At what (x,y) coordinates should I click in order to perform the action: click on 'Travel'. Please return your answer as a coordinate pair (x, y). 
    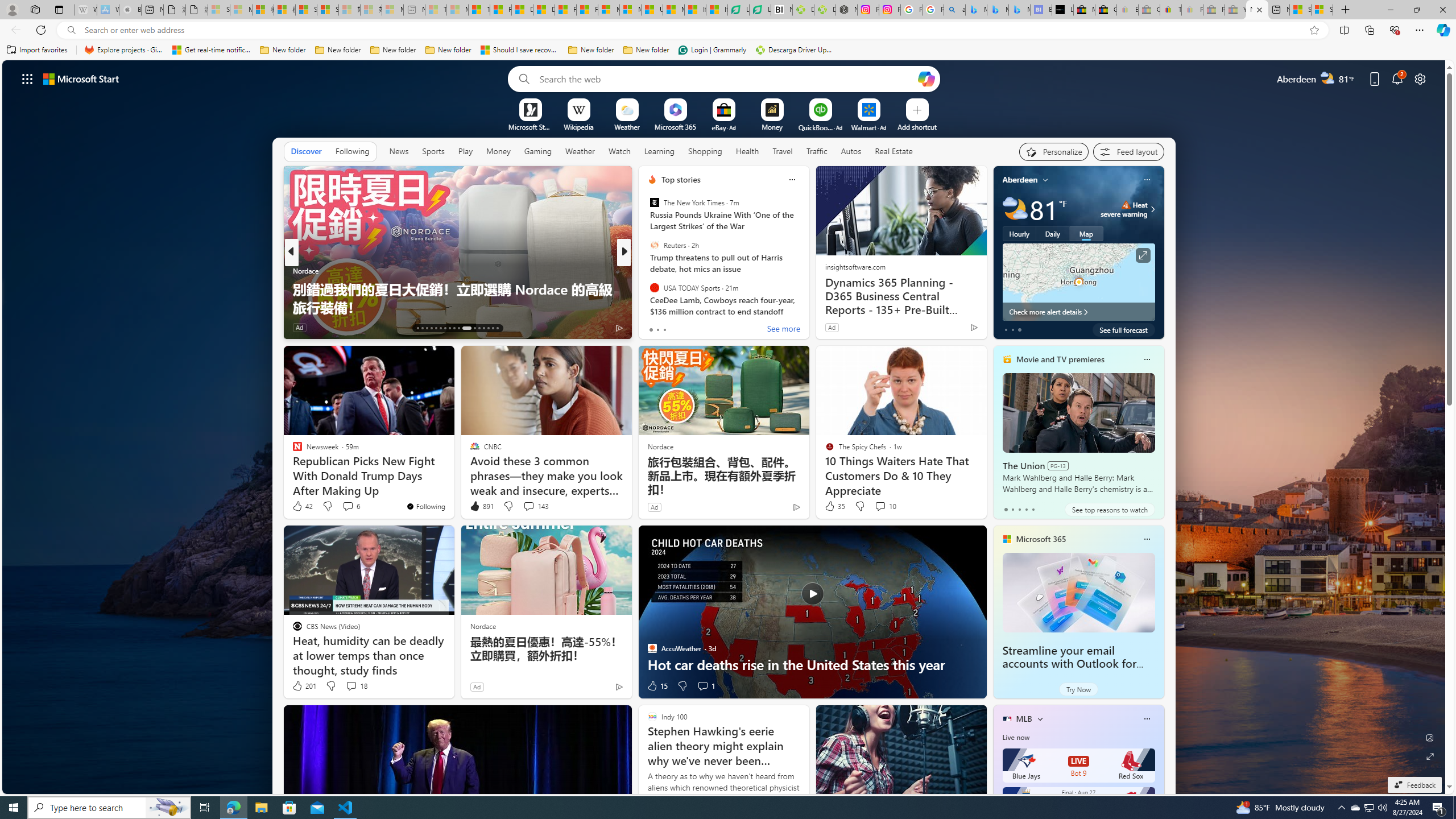
    Looking at the image, I should click on (782, 151).